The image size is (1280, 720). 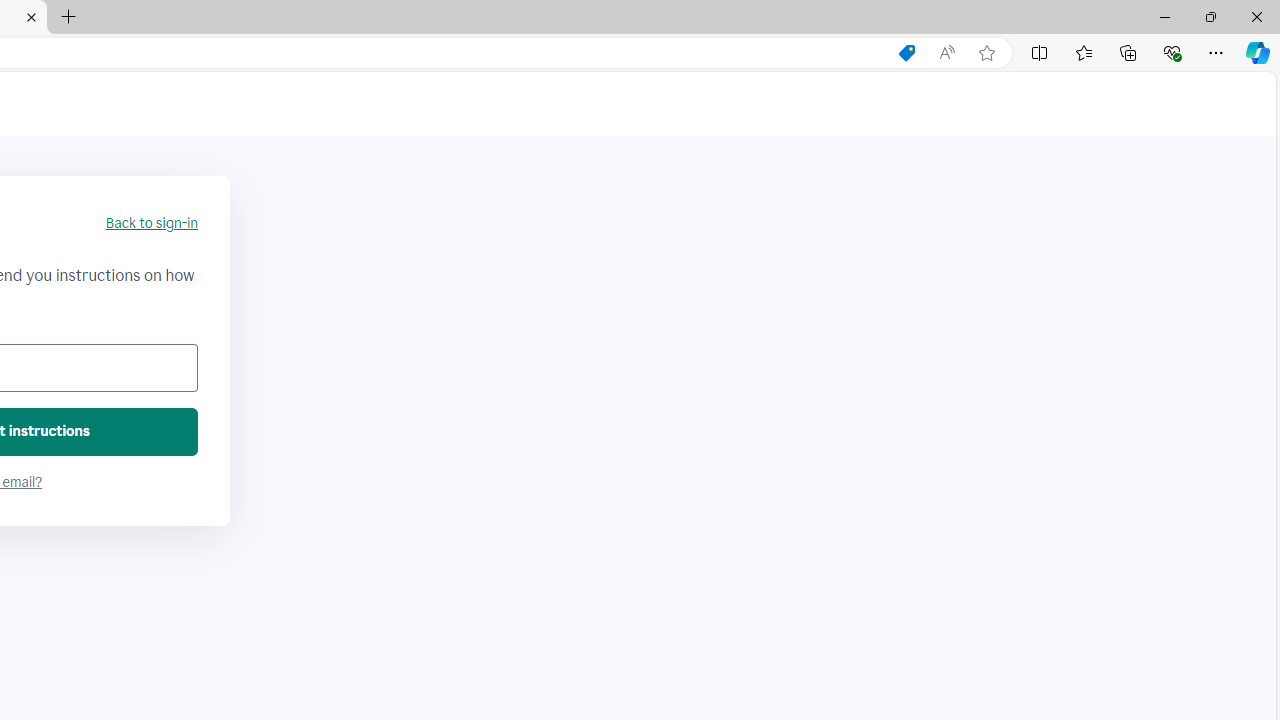 What do you see at coordinates (150, 223) in the screenshot?
I see `'Back to sign-in'` at bounding box center [150, 223].